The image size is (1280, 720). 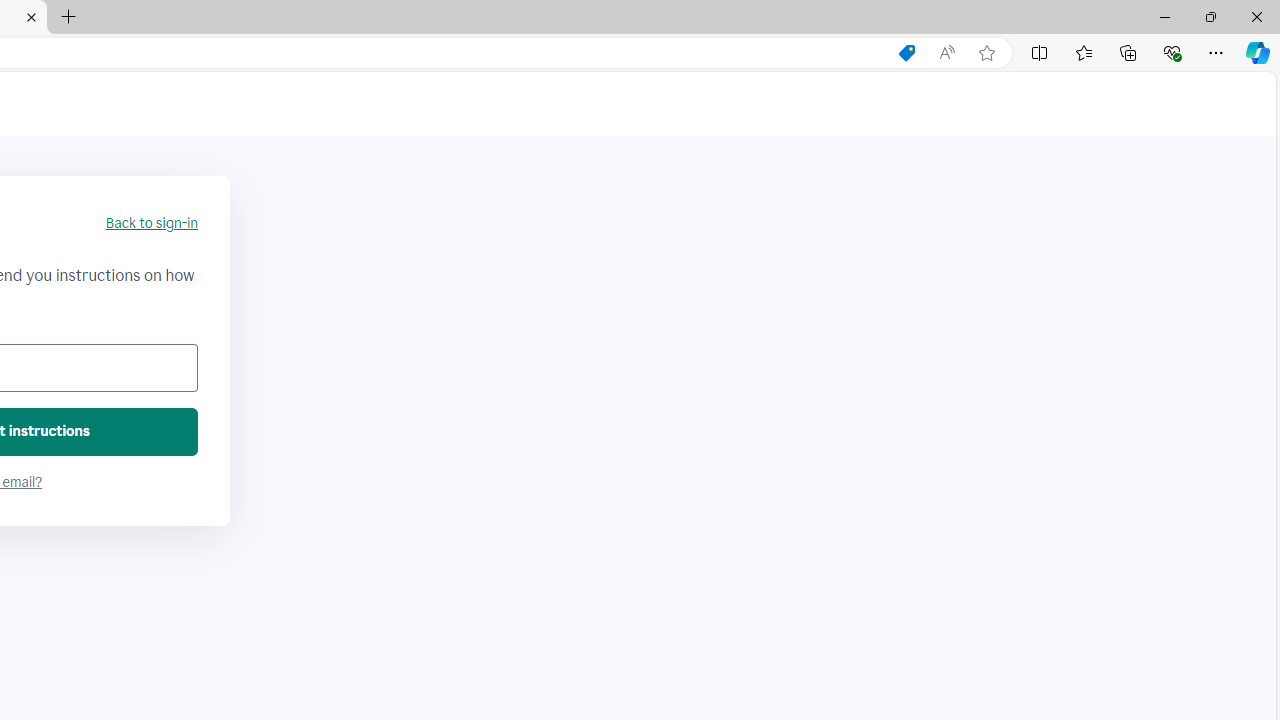 What do you see at coordinates (150, 223) in the screenshot?
I see `'Back to sign-in'` at bounding box center [150, 223].